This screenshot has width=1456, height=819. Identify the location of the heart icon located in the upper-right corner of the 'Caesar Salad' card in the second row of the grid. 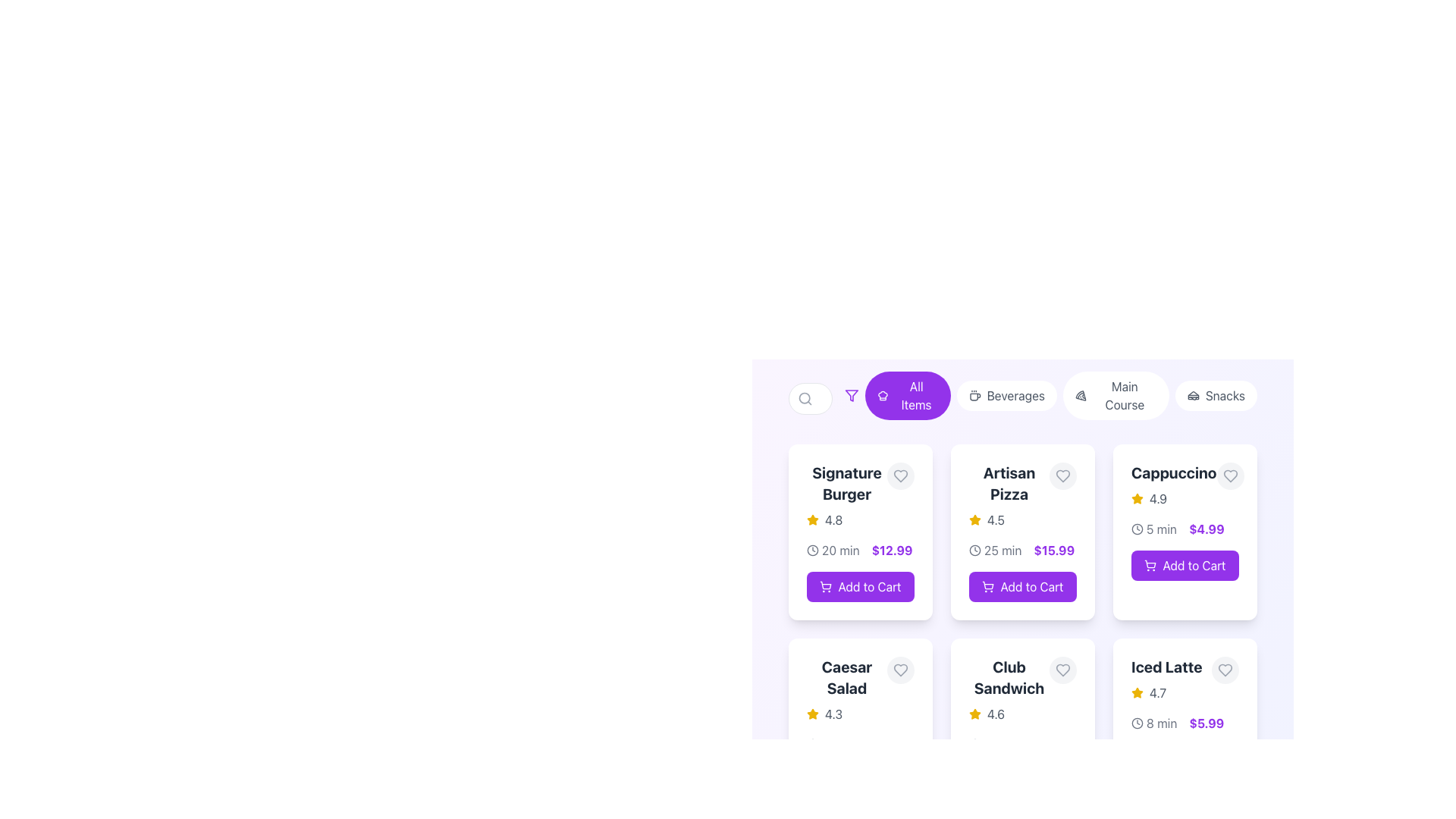
(901, 669).